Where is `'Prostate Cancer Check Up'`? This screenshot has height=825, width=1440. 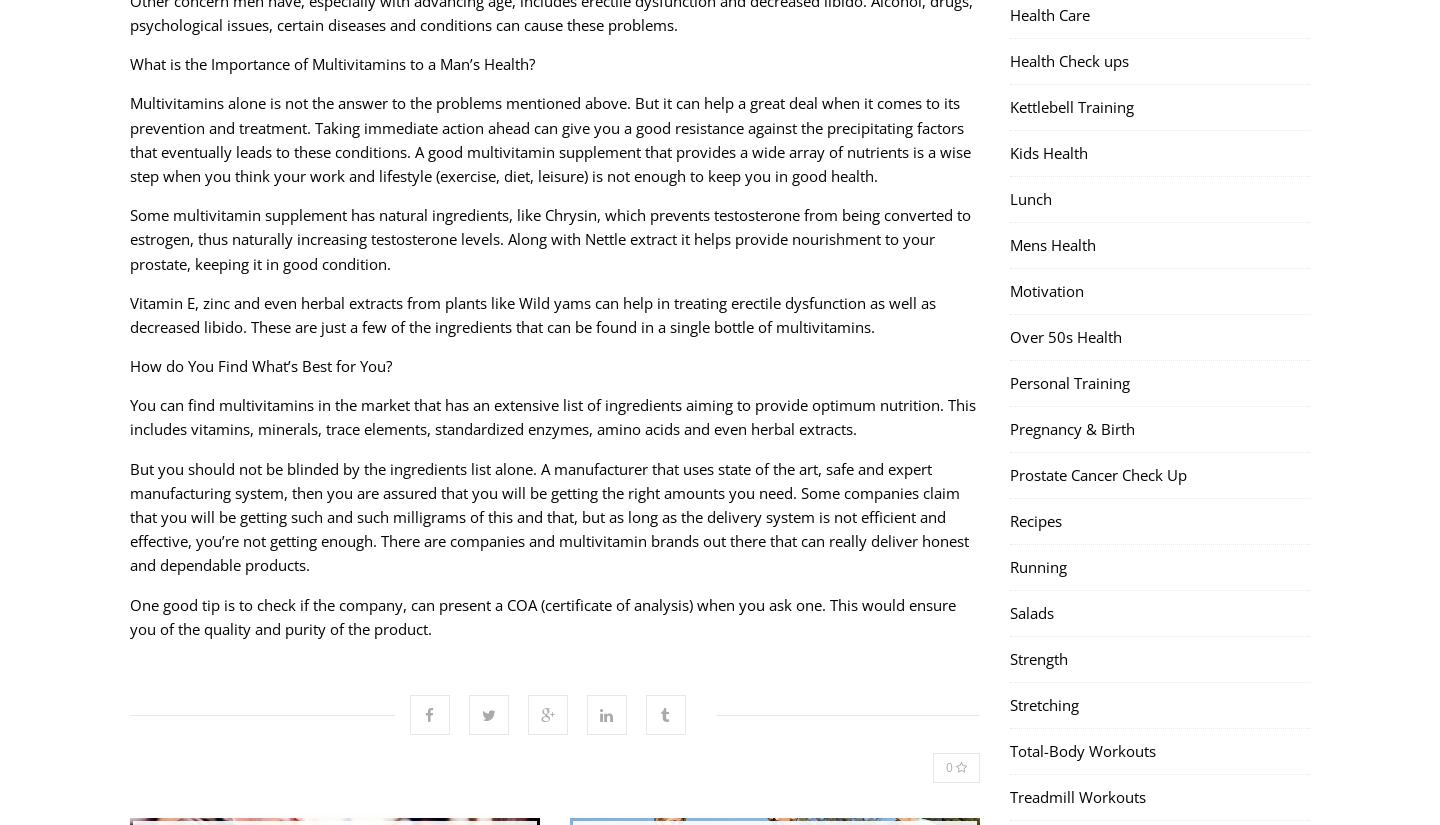
'Prostate Cancer Check Up' is located at coordinates (1097, 474).